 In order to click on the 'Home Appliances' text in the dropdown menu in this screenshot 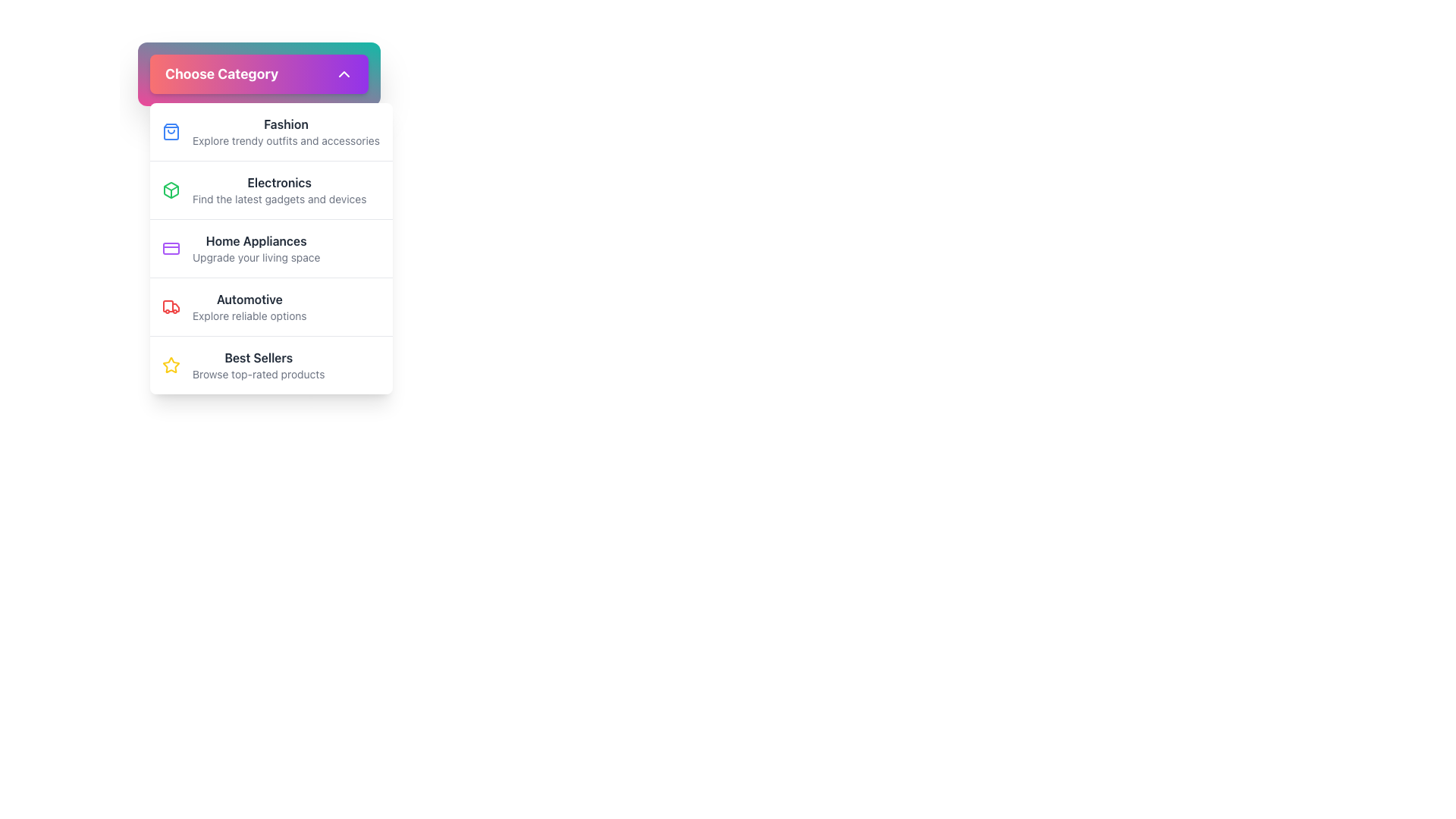, I will do `click(256, 247)`.